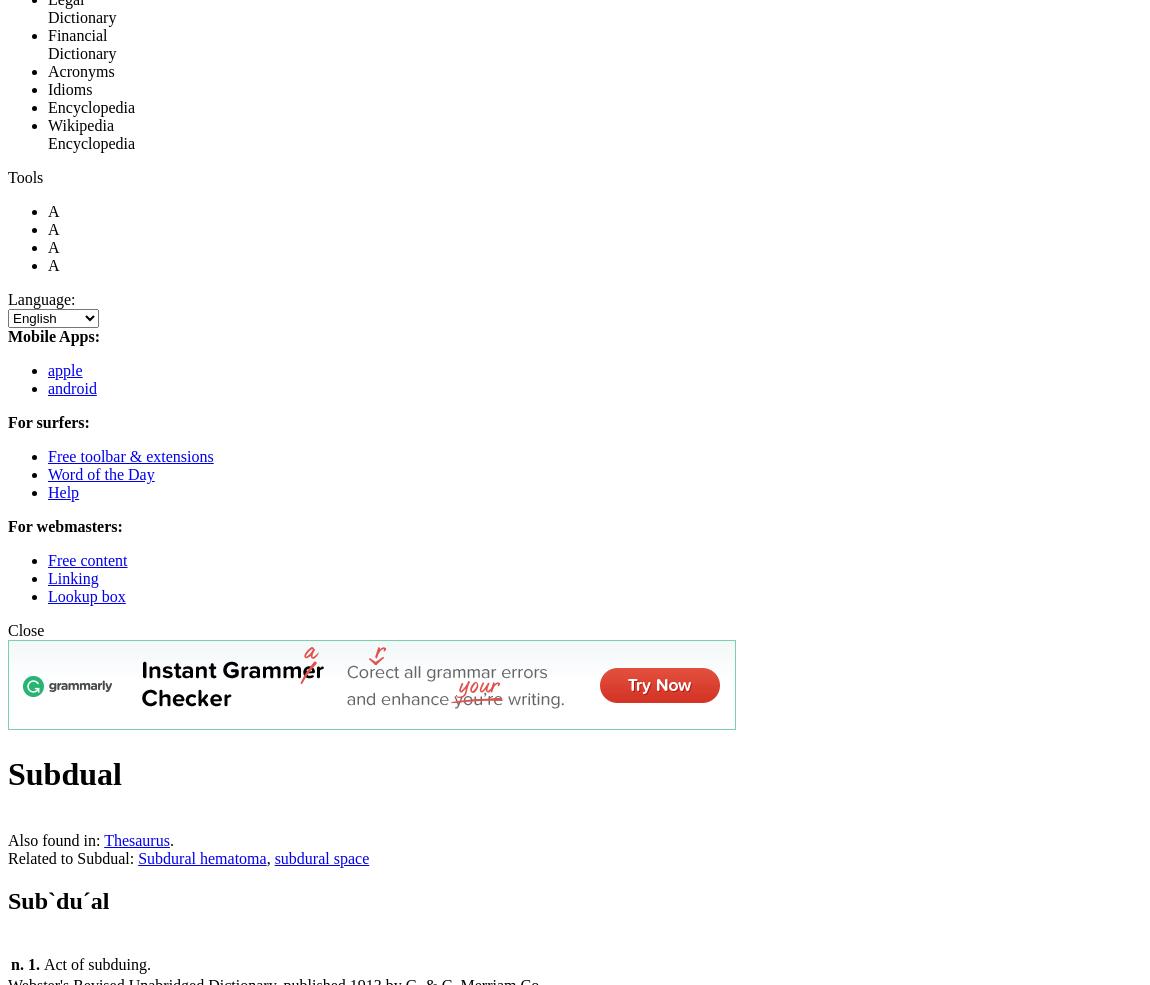 The width and height of the screenshot is (1150, 985). I want to click on 'Free content', so click(86, 560).